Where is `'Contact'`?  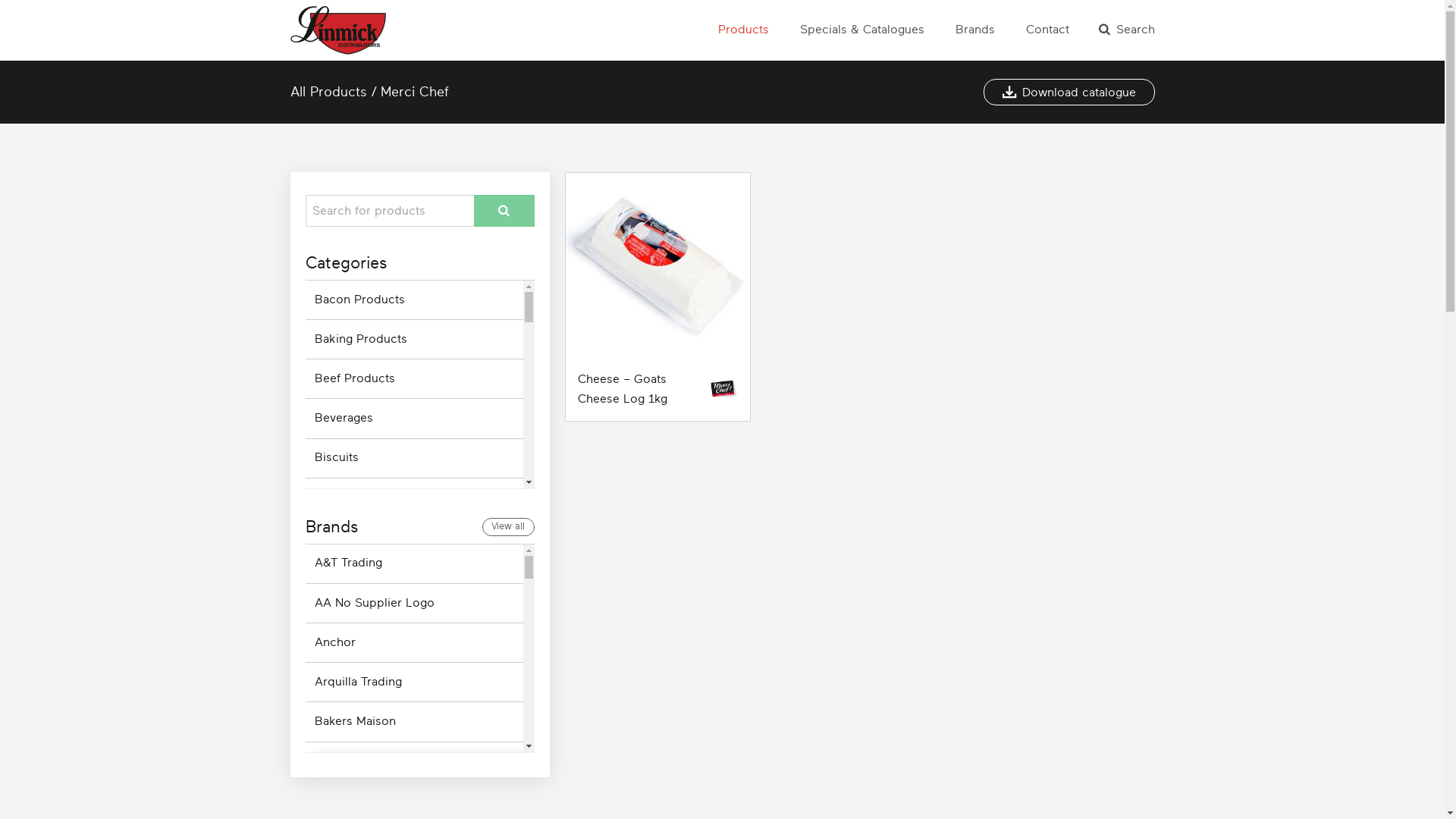 'Contact' is located at coordinates (1046, 30).